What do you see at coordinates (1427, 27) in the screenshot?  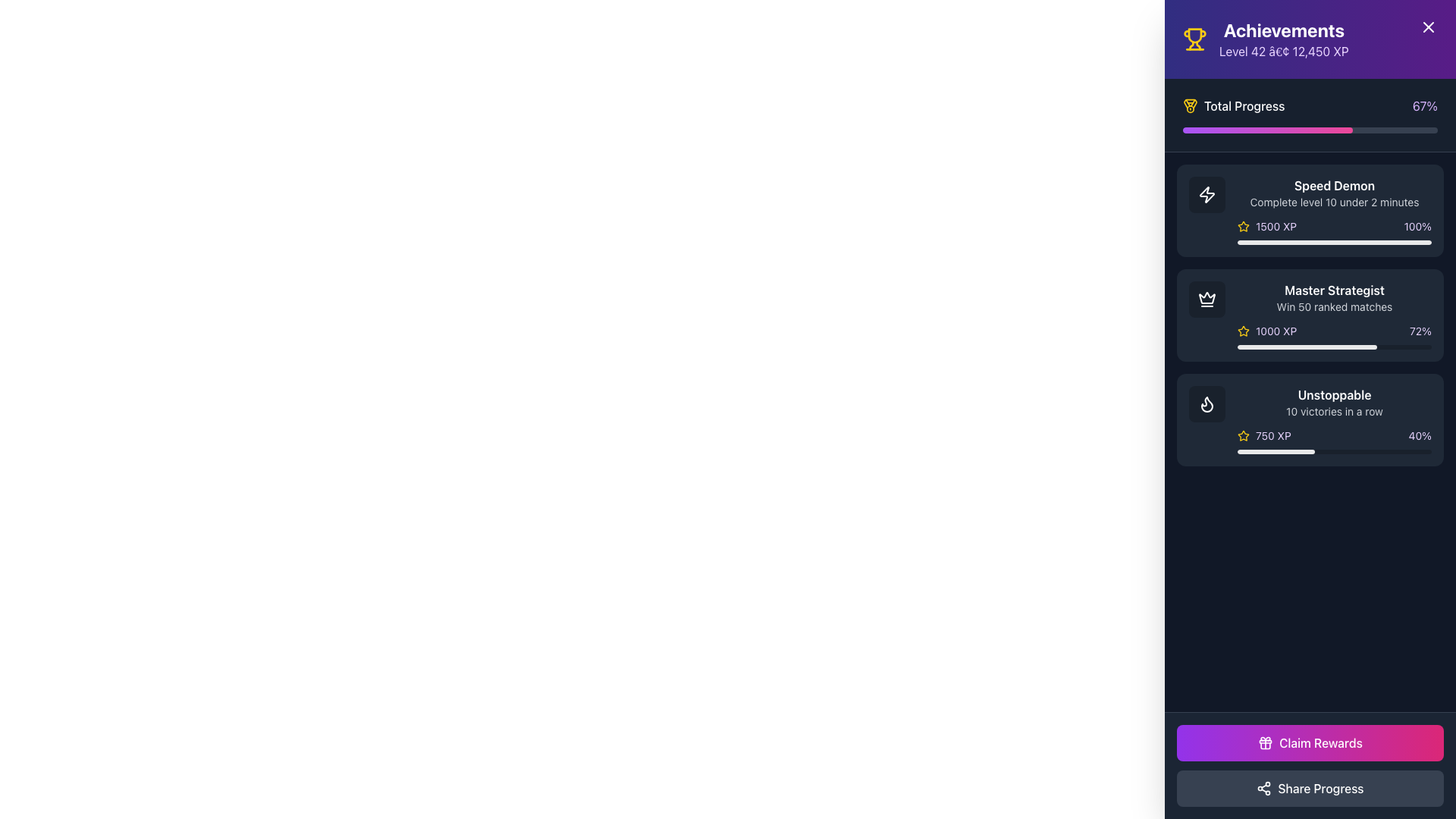 I see `the close icon button, which is a small 'X' mark styled with thin white lines against a purple background located in the top-right corner of the 'Achievements' panel` at bounding box center [1427, 27].